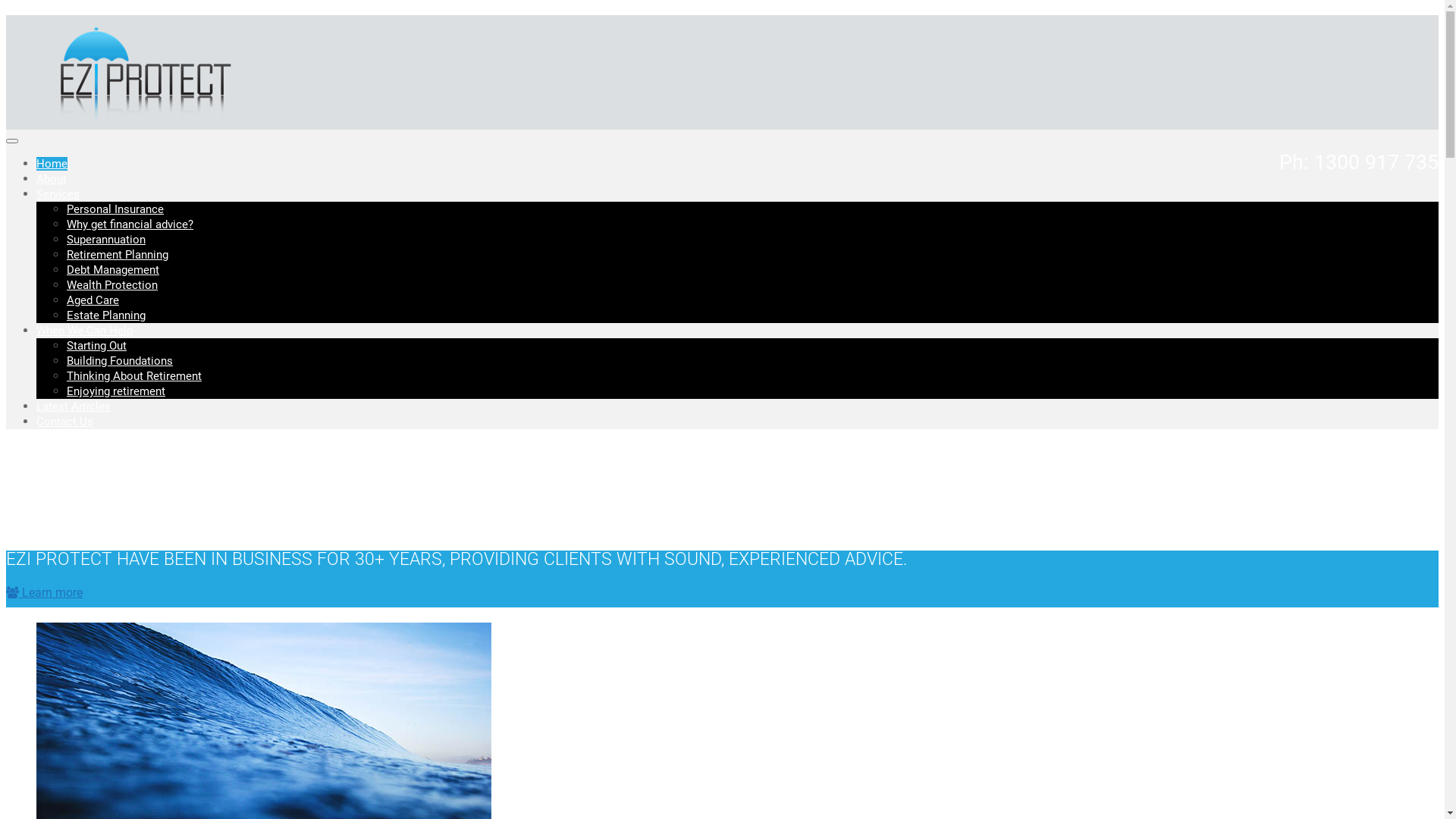  Describe the element at coordinates (52, 164) in the screenshot. I see `'Home'` at that location.